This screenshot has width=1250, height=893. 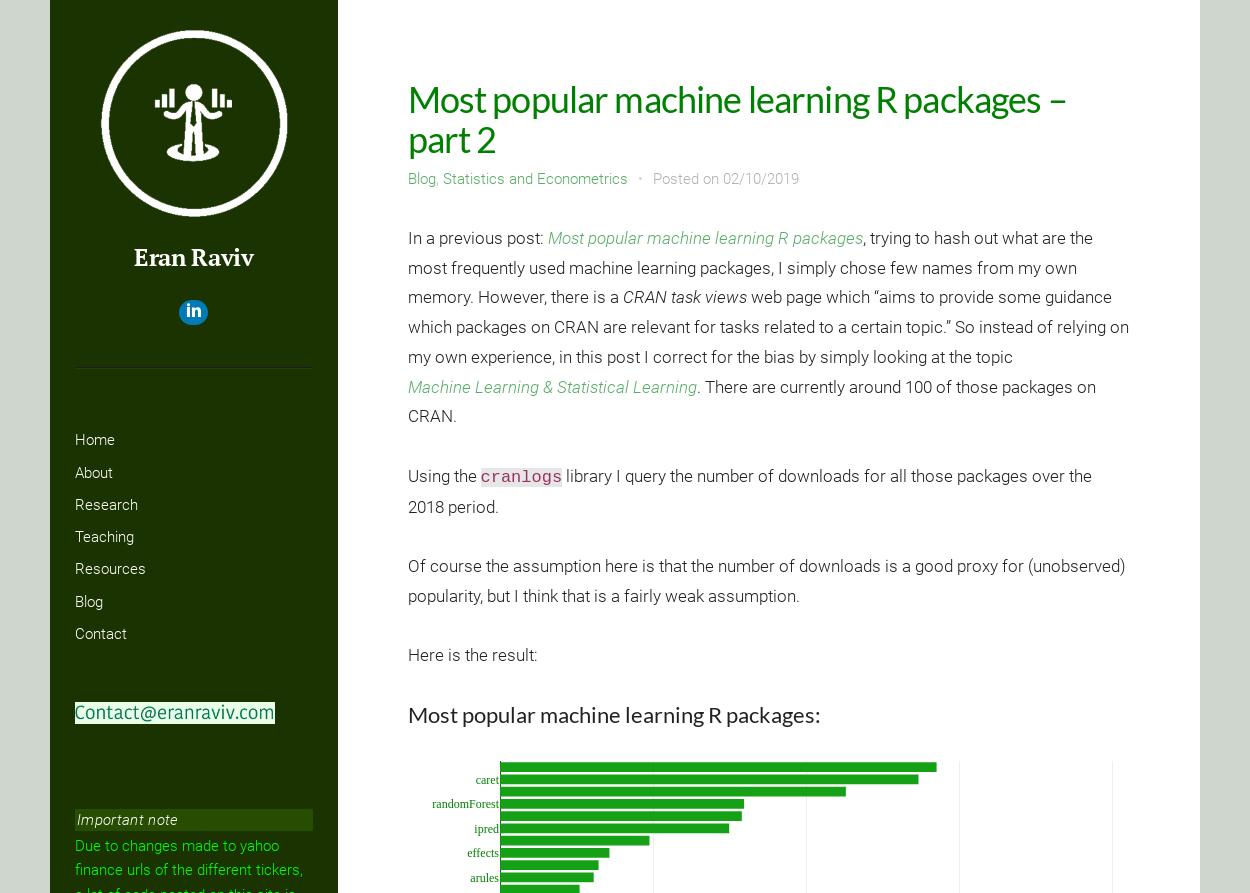 I want to click on 'Most popular machine learning R packages:', so click(x=407, y=713).